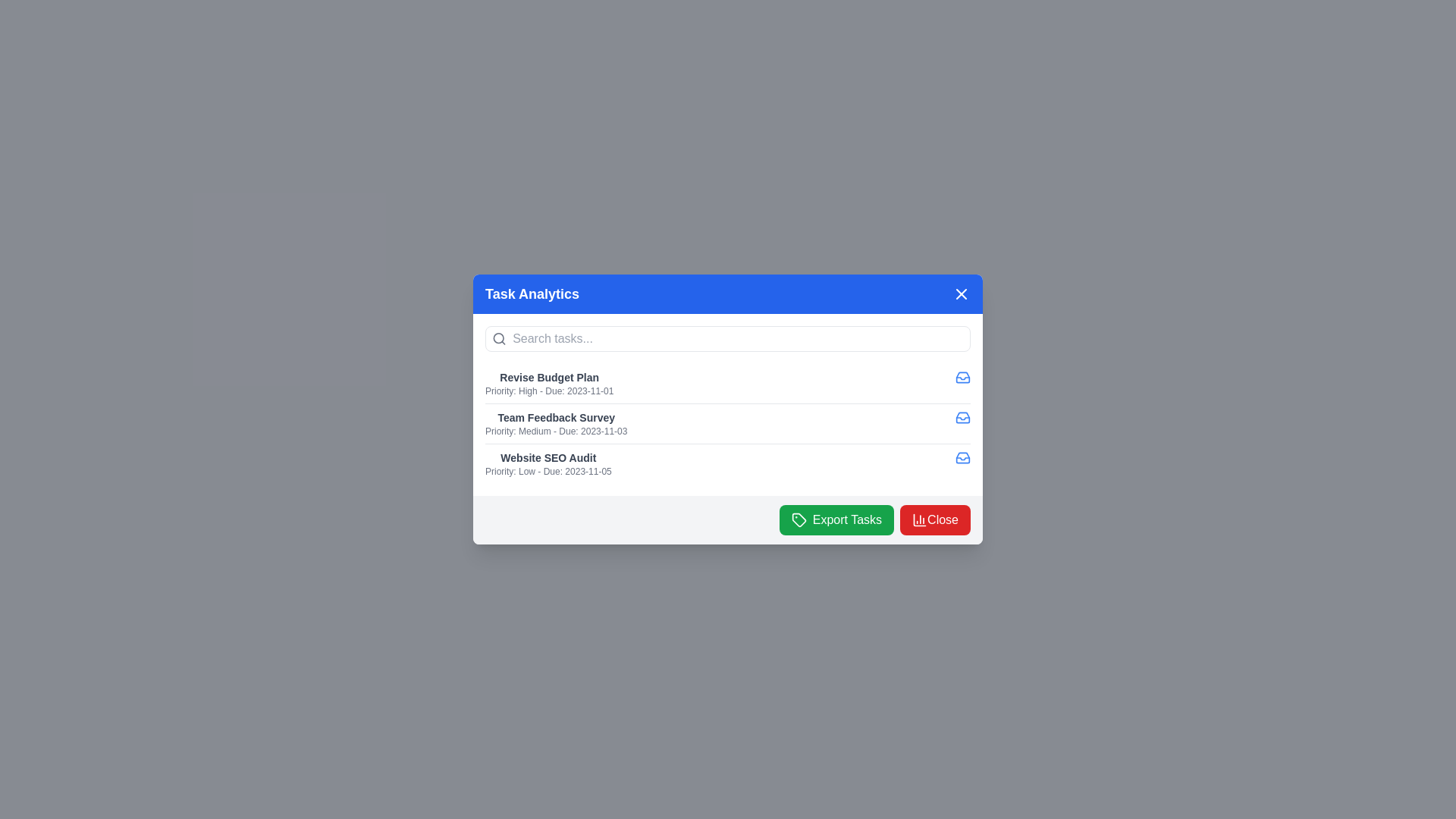 The image size is (1456, 819). Describe the element at coordinates (934, 519) in the screenshot. I see `the close button located at the bottom-right corner of the modal interface` at that location.